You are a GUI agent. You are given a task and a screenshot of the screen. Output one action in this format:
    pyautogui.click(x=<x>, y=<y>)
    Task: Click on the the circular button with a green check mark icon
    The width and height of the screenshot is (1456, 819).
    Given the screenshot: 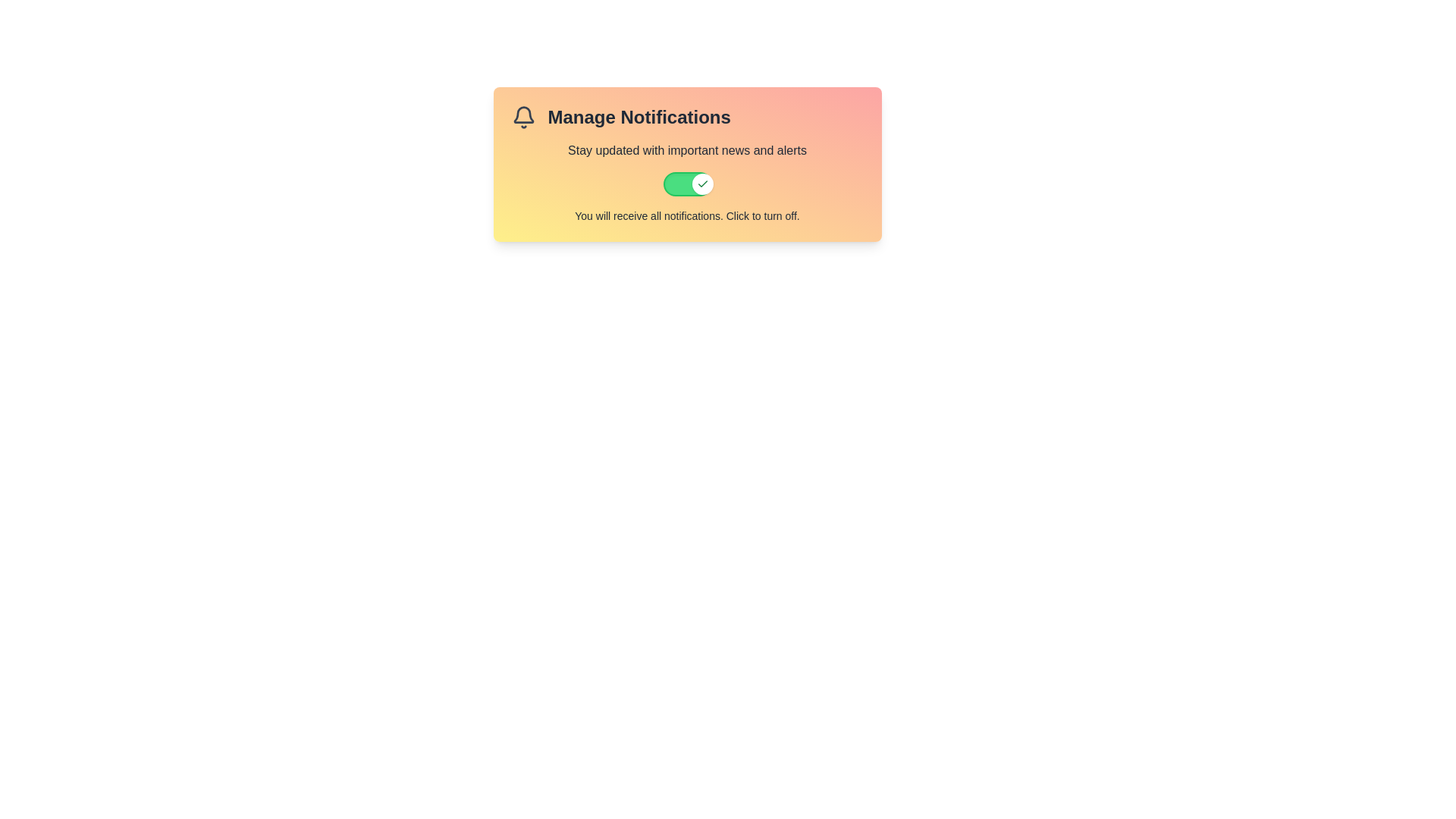 What is the action you would take?
    pyautogui.click(x=701, y=184)
    